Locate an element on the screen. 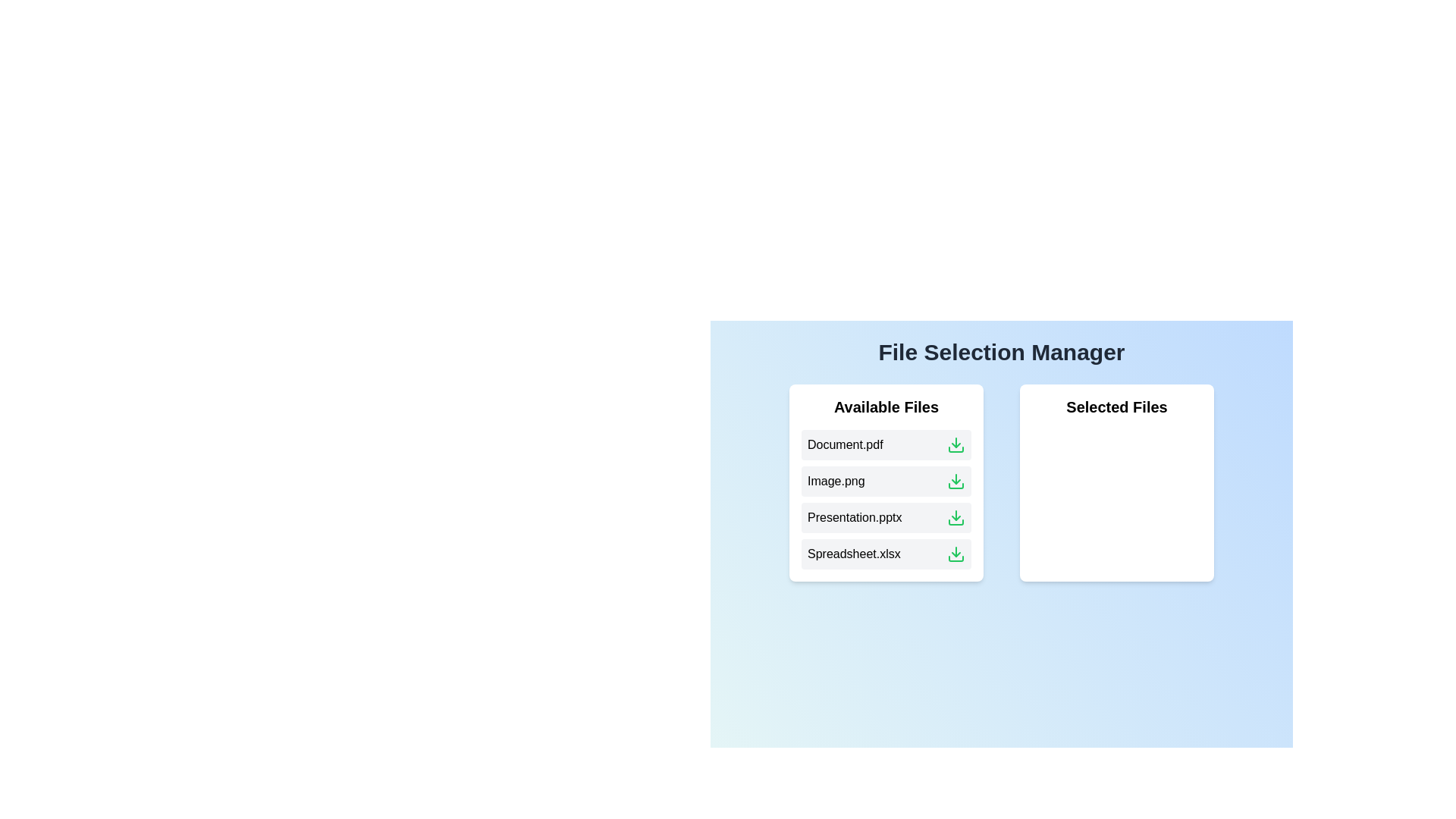 This screenshot has height=819, width=1456. the download icon next to the file 'Document.pdf' in the 'Available Files' list is located at coordinates (955, 444).